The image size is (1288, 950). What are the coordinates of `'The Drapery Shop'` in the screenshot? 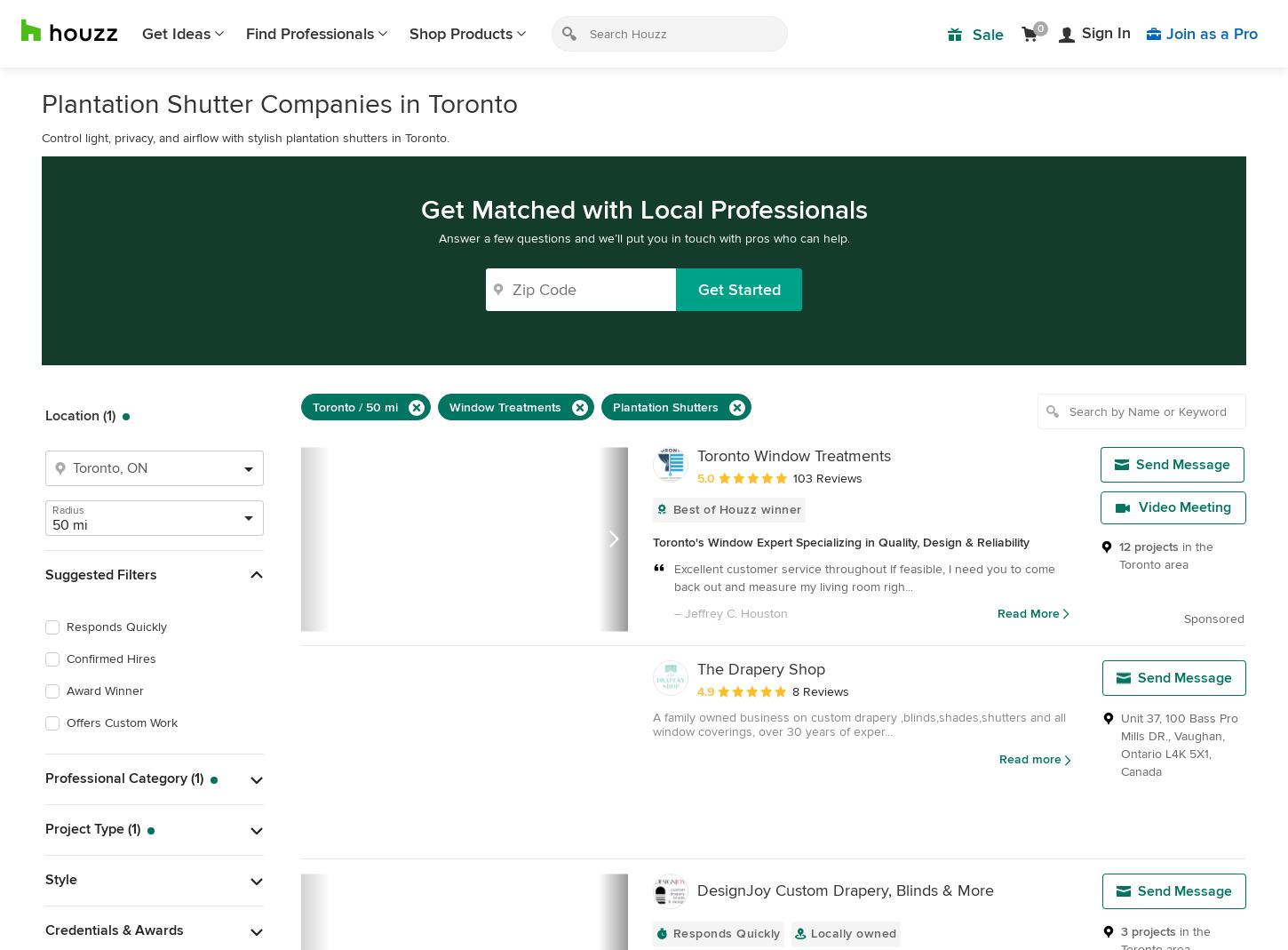 It's located at (759, 669).